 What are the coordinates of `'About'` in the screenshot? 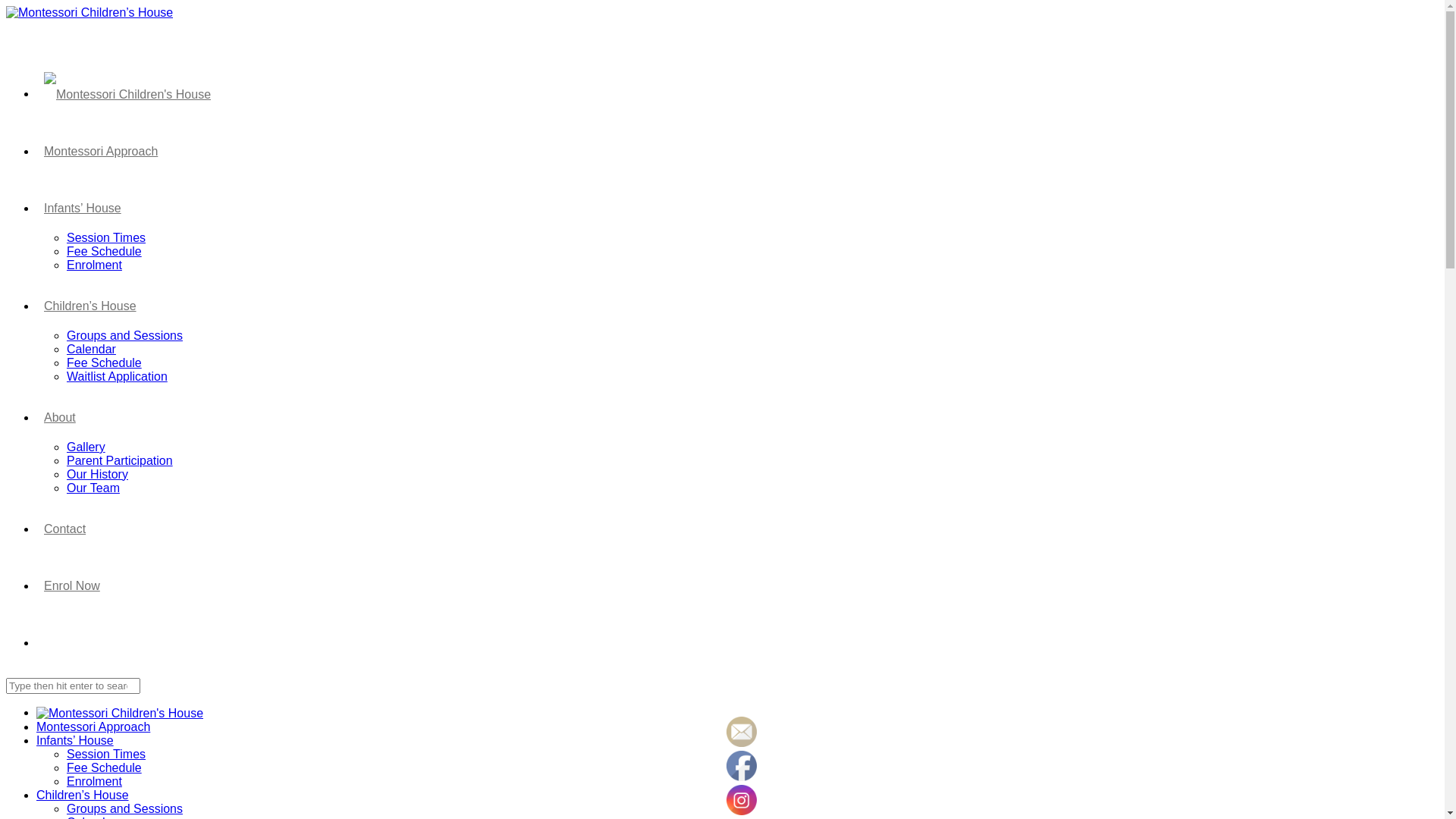 It's located at (36, 416).